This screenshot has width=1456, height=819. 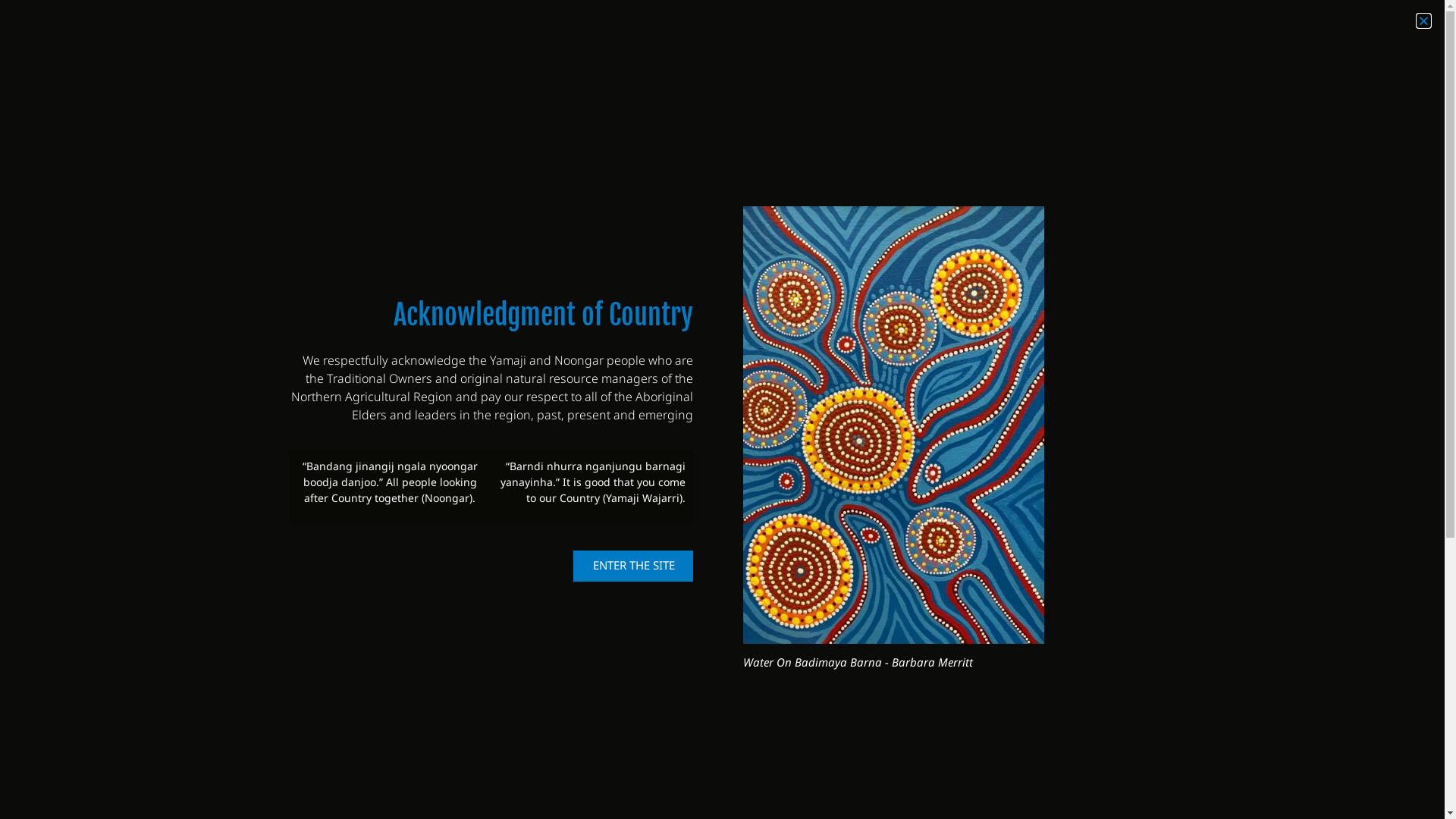 I want to click on 'NRM GOALS', so click(x=957, y=78).